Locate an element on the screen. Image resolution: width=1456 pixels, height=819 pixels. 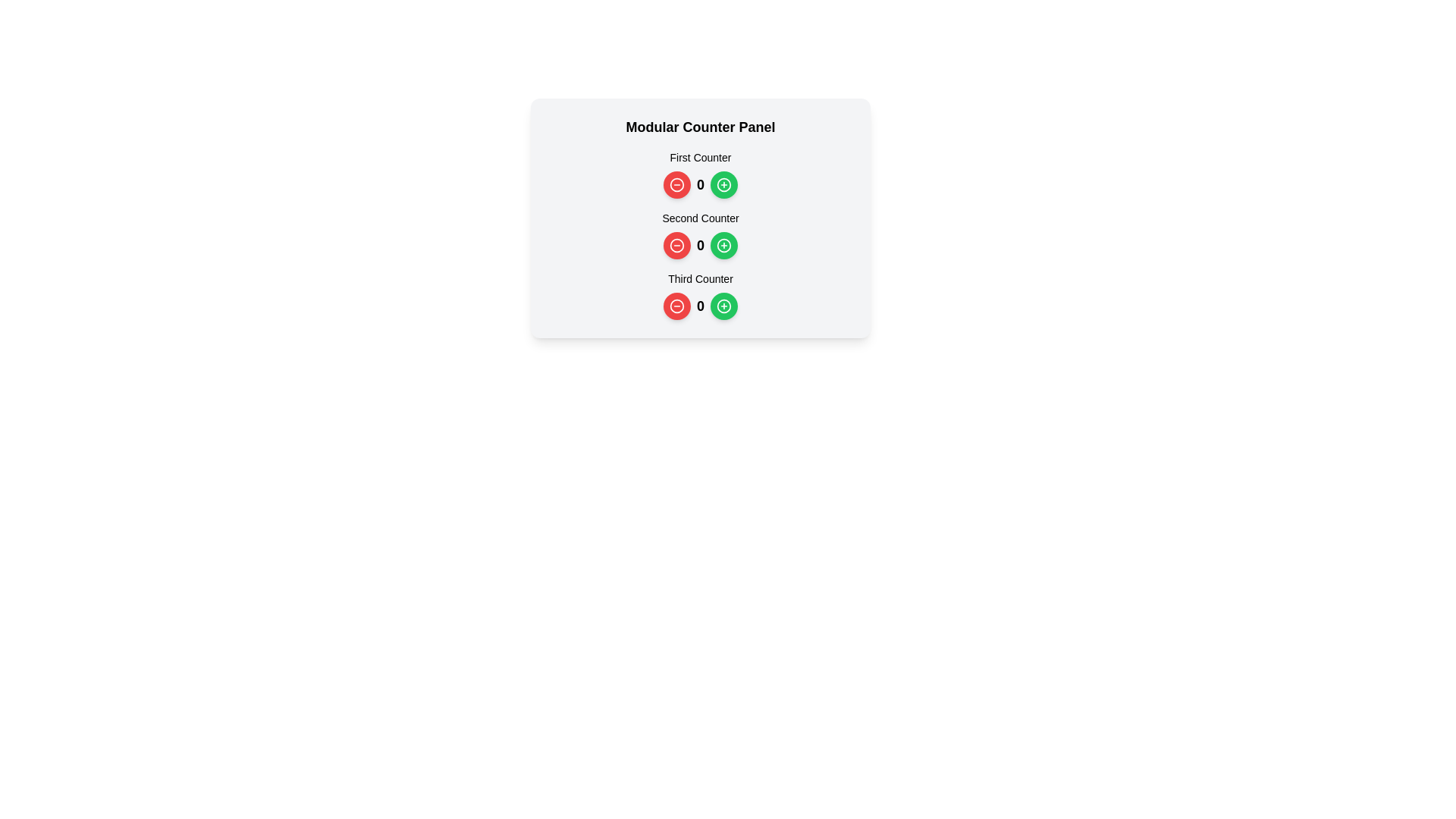
the red circular button with a white minus icon located to the left of the counter value in the Second Counter row is located at coordinates (676, 245).